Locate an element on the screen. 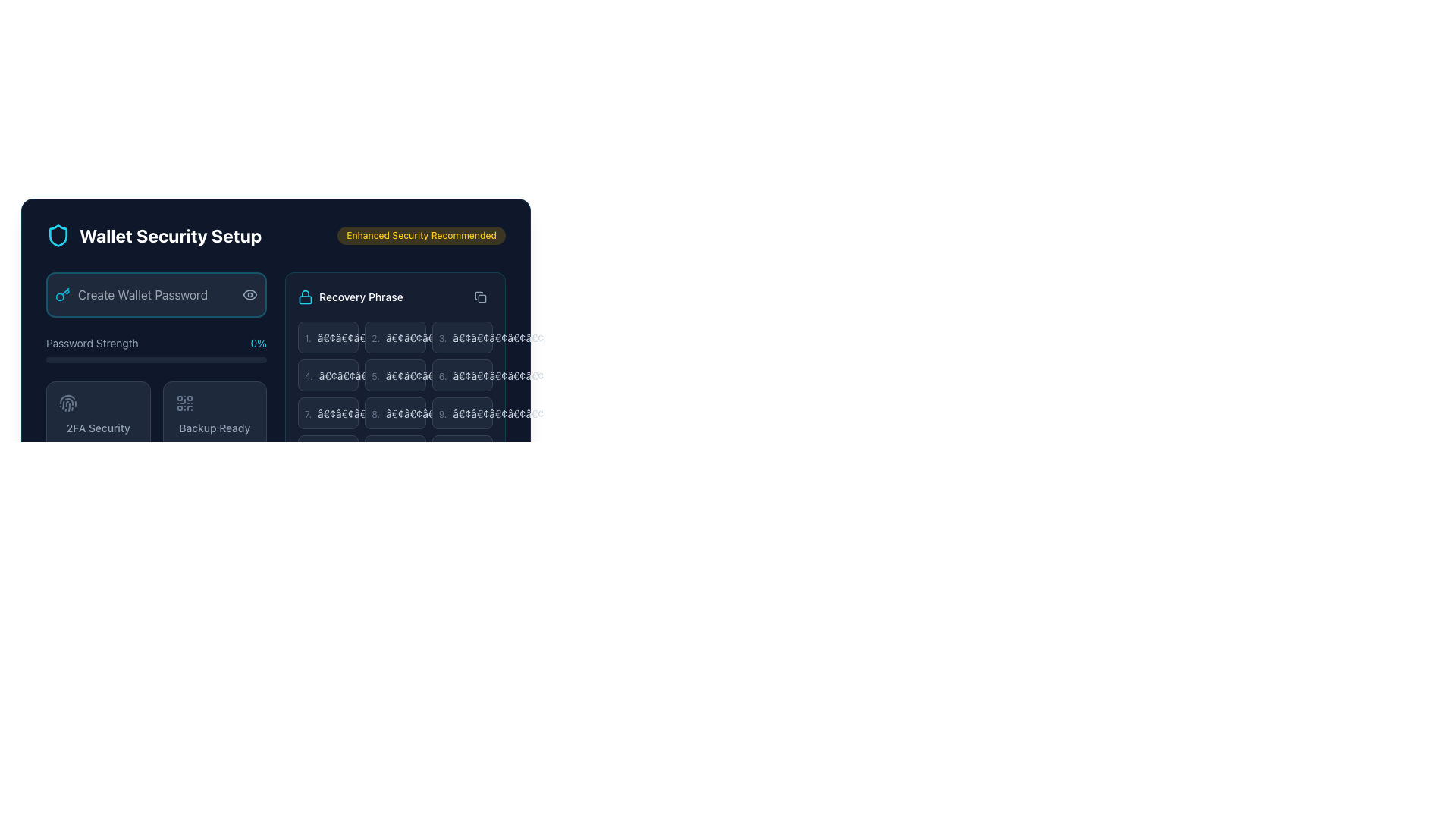  the text label indicating the strength of the password being created, which is located near the top-middle-right area of the interface and follows the text 'Password Strength' is located at coordinates (259, 343).